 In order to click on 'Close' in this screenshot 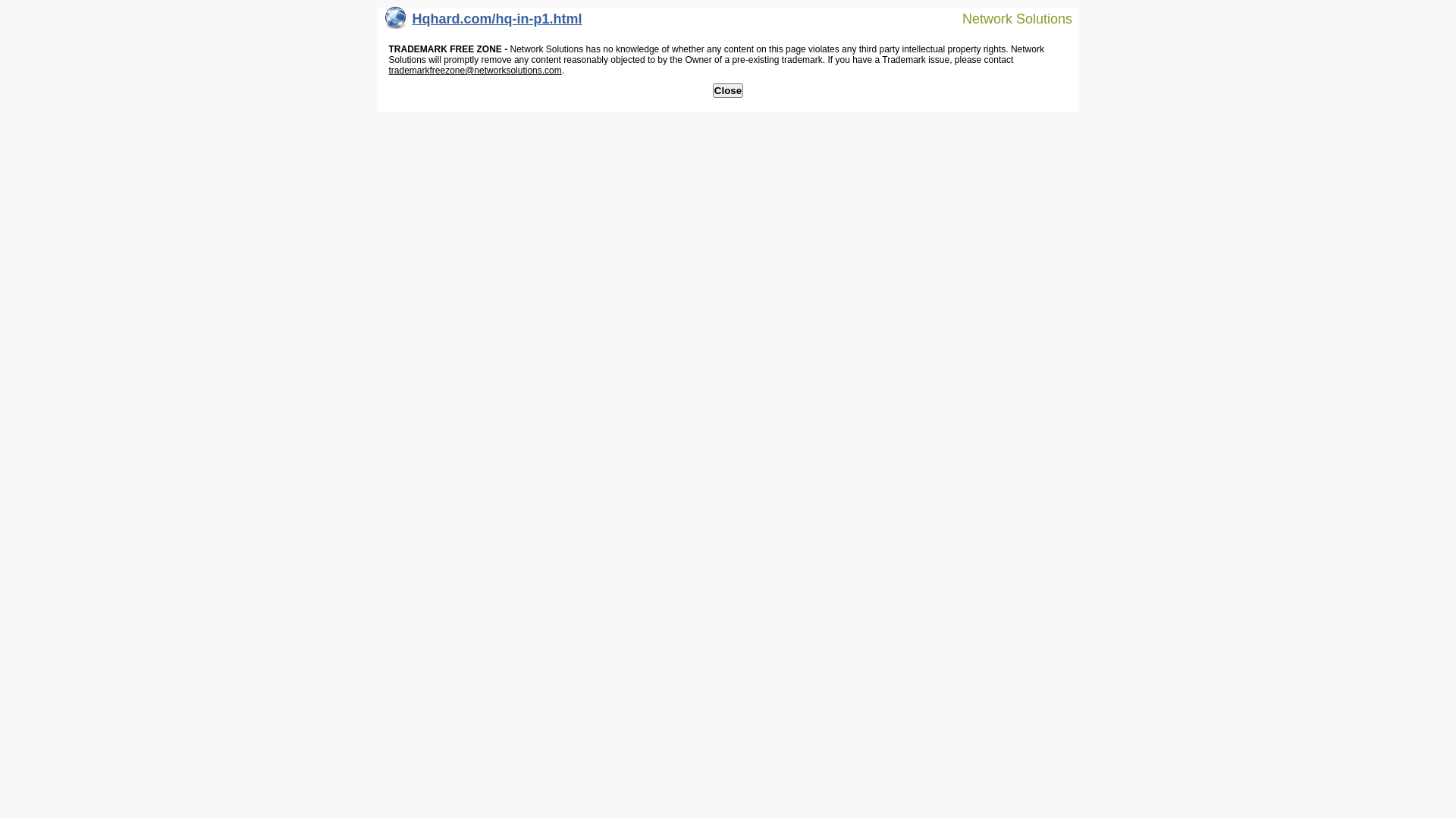, I will do `click(728, 90)`.